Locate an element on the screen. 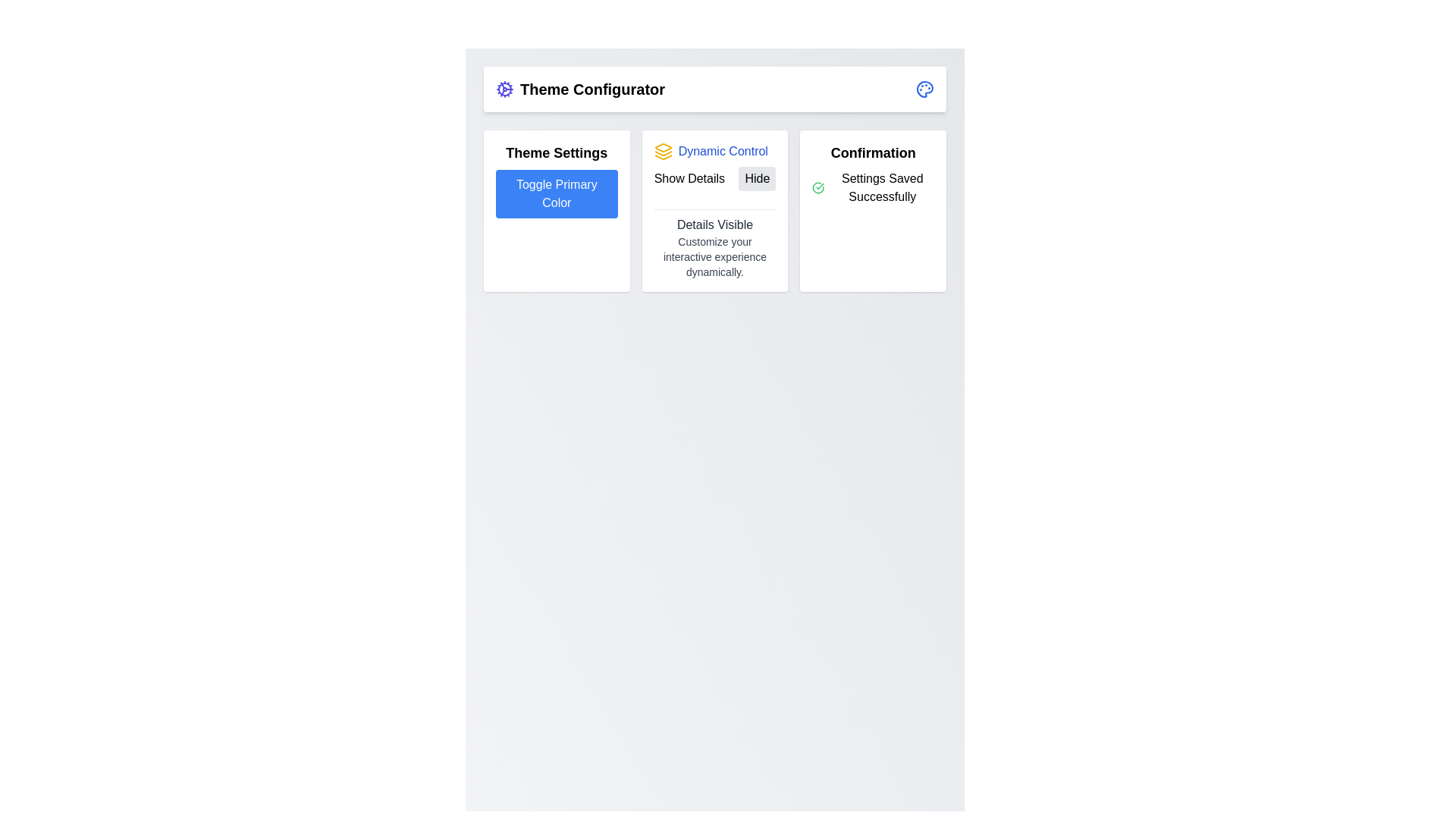 The height and width of the screenshot is (819, 1456). status notification text label located beside the green circular checkmark icon in the rightmost card of the 'Confirmation' layout, indicating successful settings save is located at coordinates (882, 187).